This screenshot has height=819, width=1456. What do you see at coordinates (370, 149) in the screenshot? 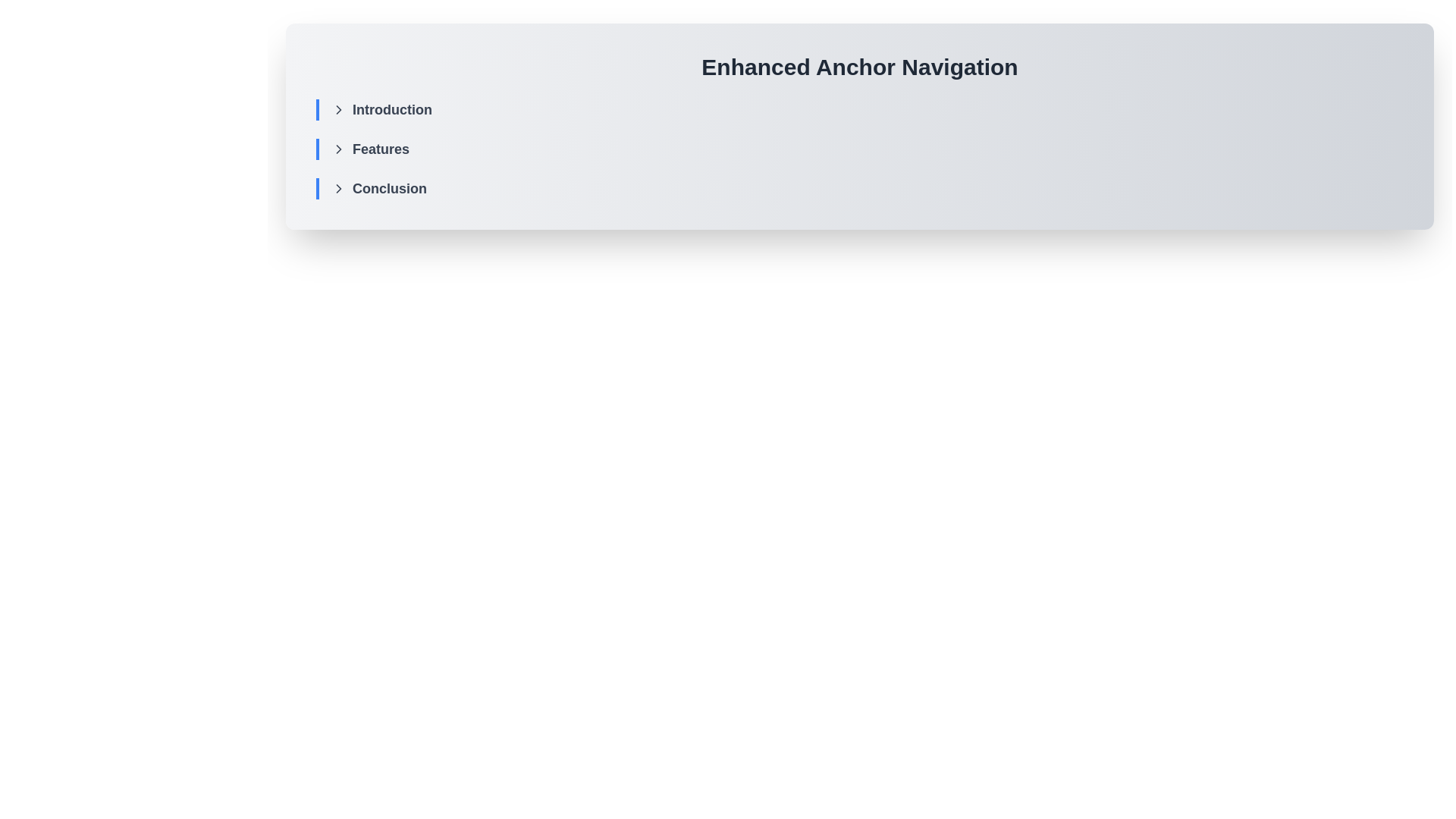
I see `the interactive text link with accompanying icon` at bounding box center [370, 149].